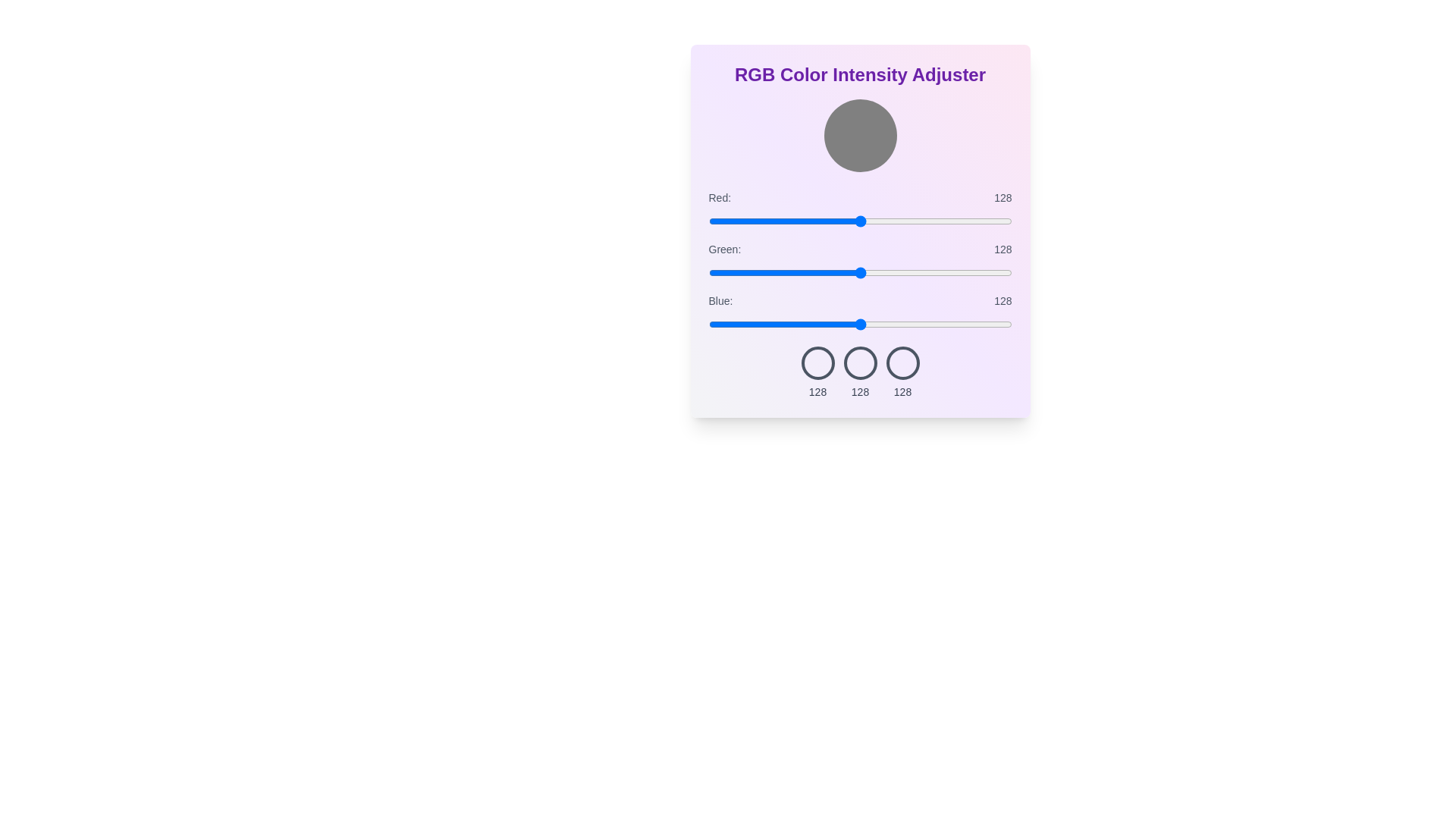  I want to click on the green slider to set its intensity to 130, so click(863, 271).